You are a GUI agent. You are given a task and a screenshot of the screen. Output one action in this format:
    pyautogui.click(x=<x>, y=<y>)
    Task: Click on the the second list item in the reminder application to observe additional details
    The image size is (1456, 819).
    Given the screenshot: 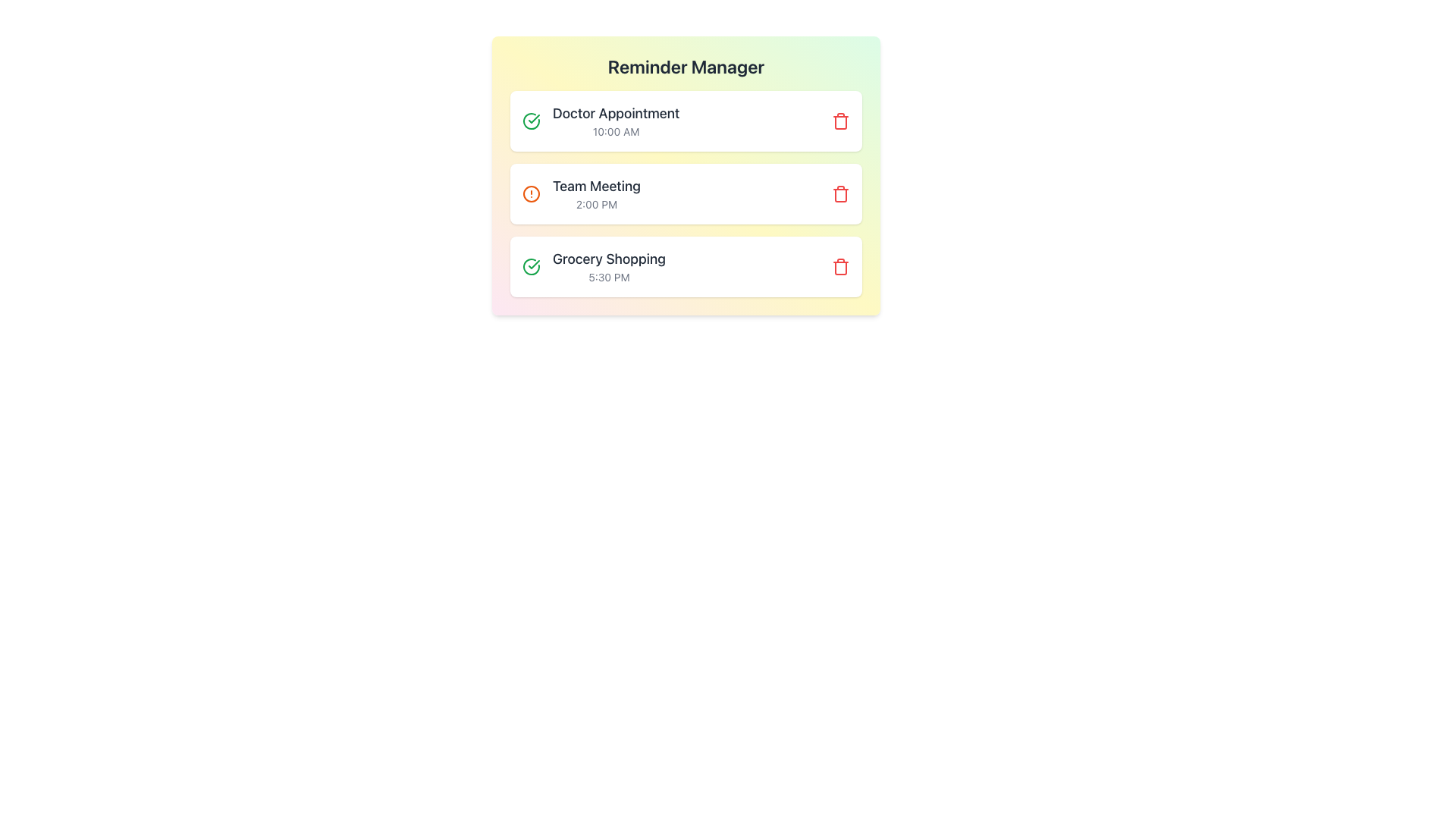 What is the action you would take?
    pyautogui.click(x=581, y=193)
    